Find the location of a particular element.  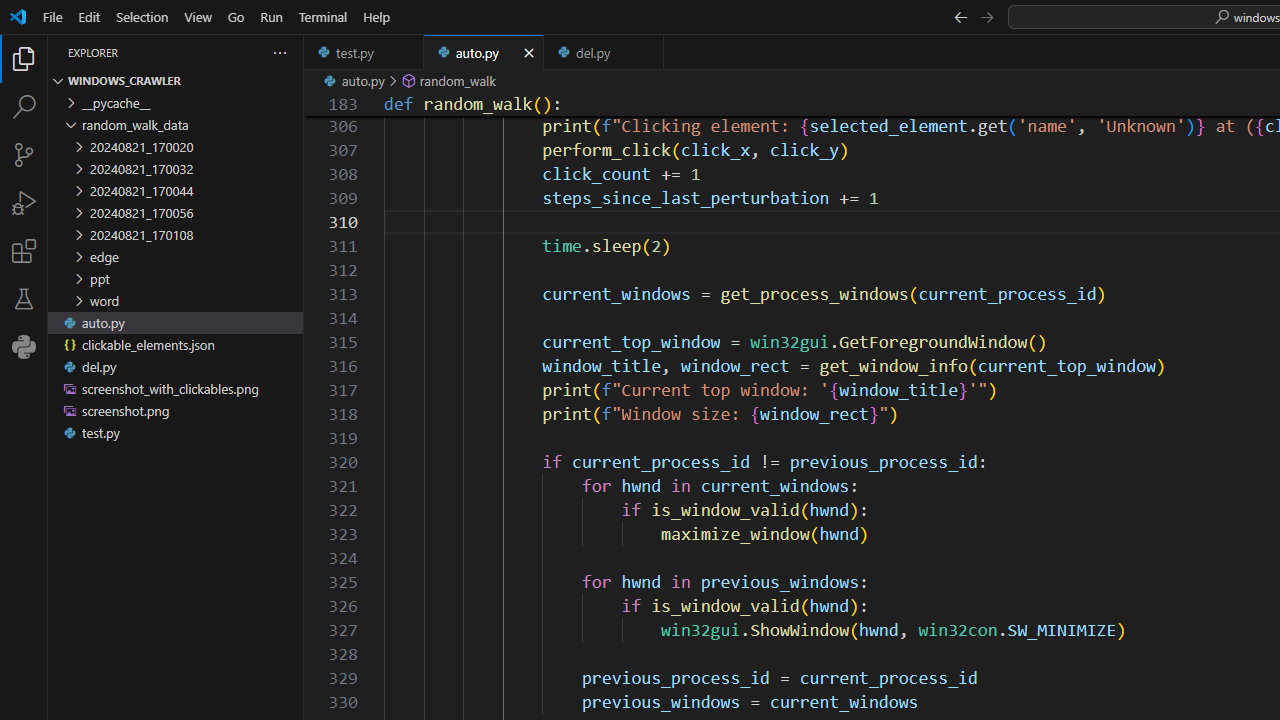

'Selection' is located at coordinates (141, 16).